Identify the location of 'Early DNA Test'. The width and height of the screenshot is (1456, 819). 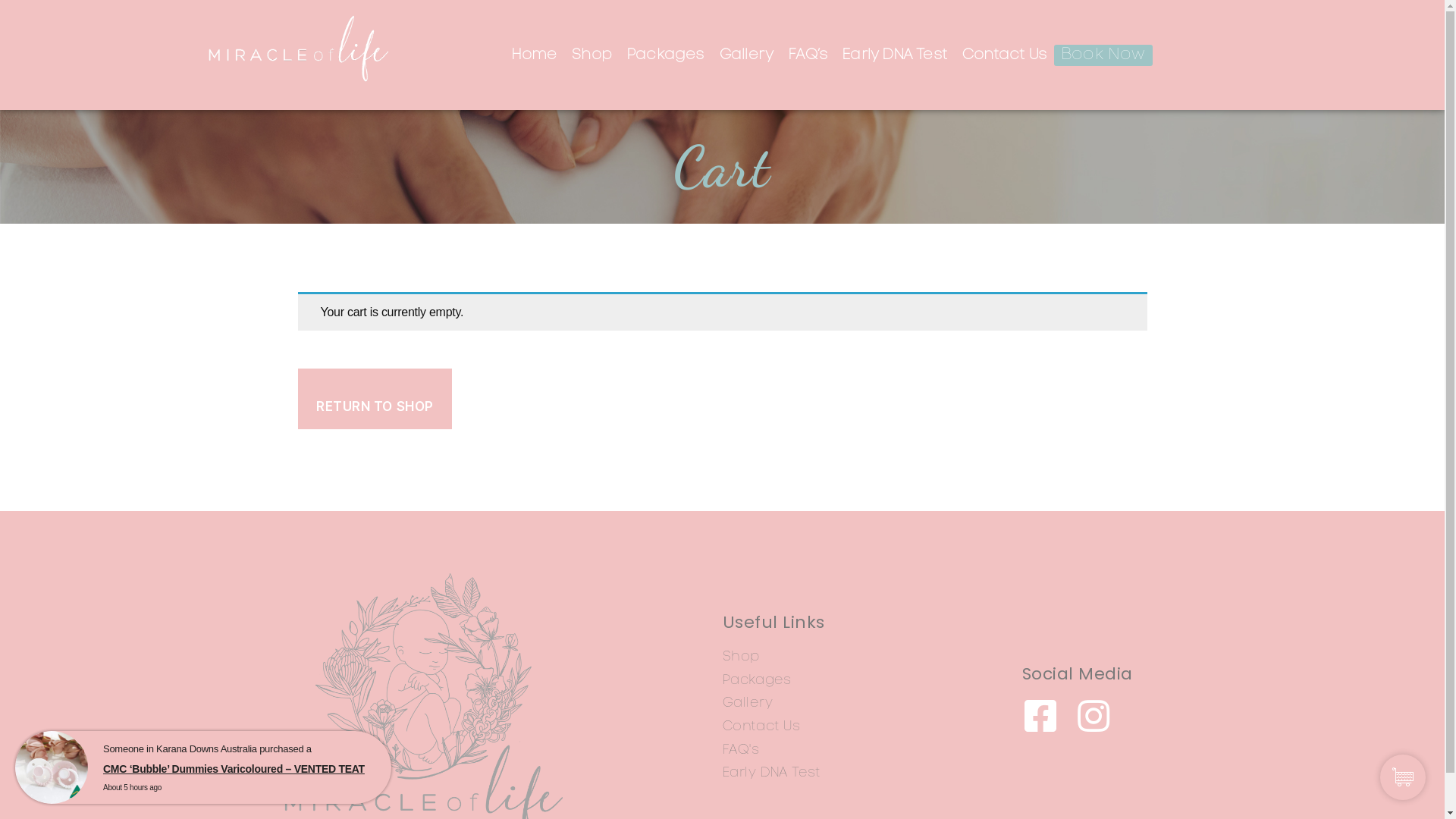
(833, 54).